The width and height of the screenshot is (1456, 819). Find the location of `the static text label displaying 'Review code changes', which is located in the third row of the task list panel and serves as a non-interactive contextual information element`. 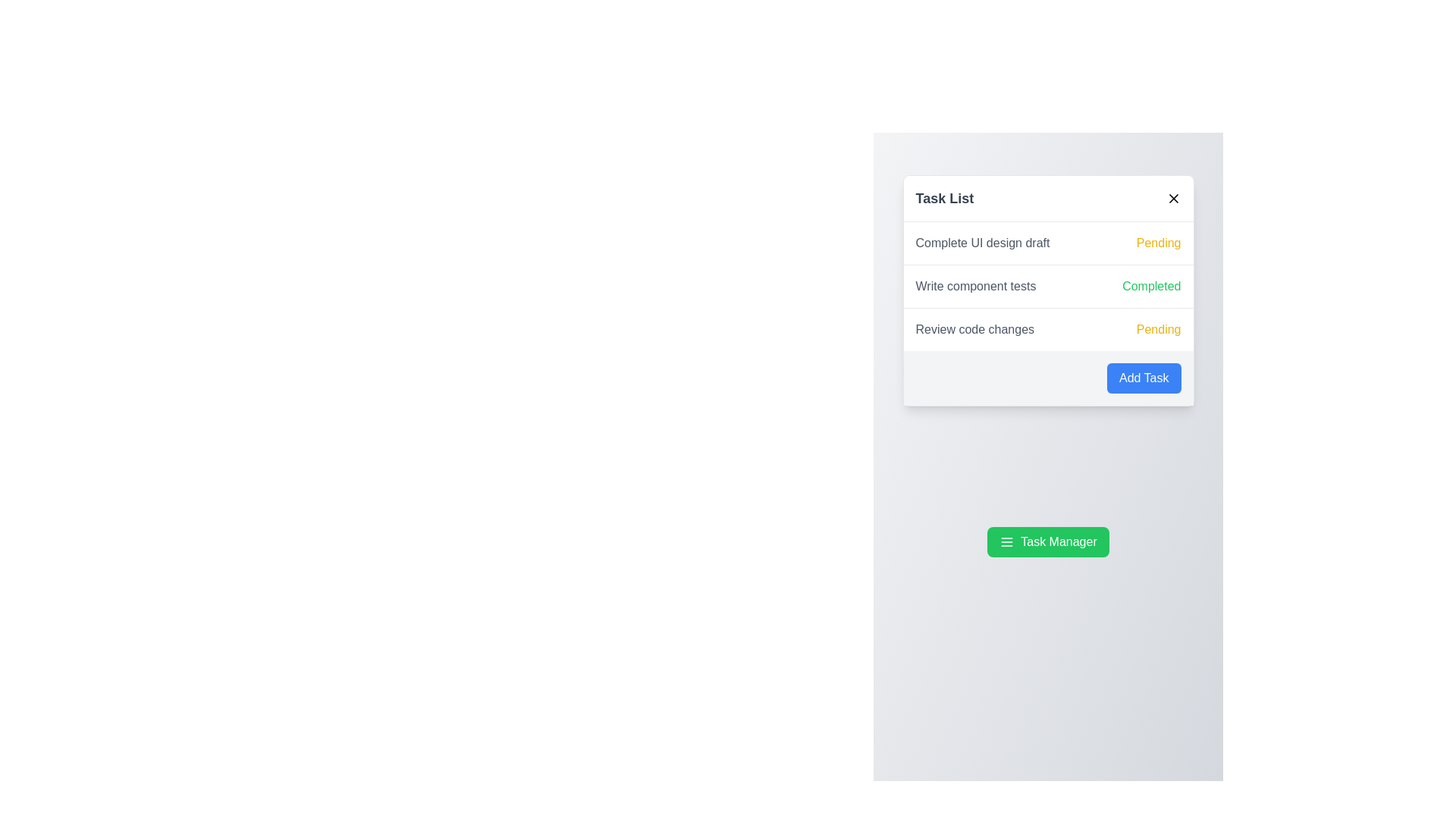

the static text label displaying 'Review code changes', which is located in the third row of the task list panel and serves as a non-interactive contextual information element is located at coordinates (974, 329).